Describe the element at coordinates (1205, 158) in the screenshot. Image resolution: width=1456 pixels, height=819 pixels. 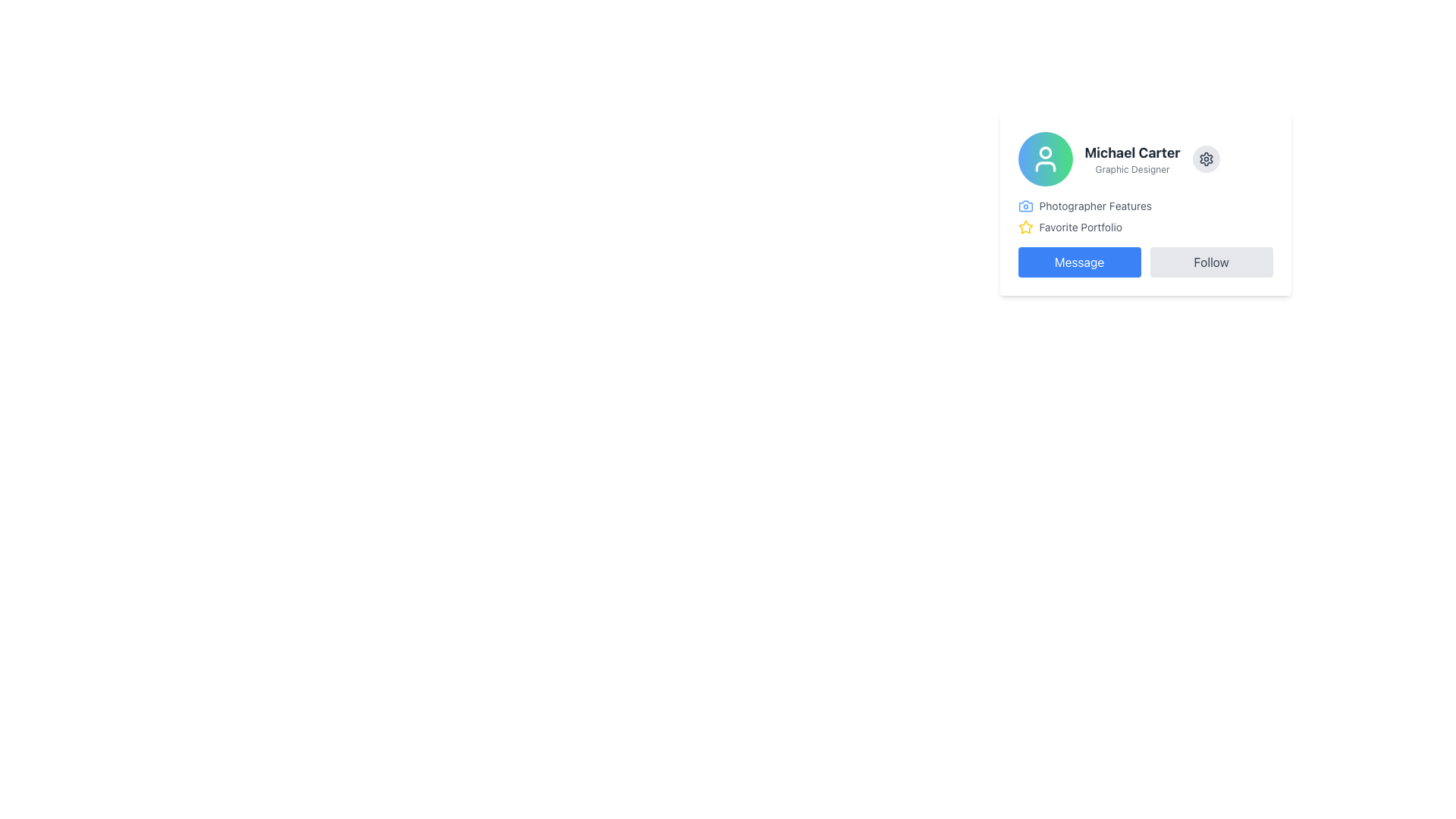
I see `the settings button located at the top-right corner of Michael Carter's profile card` at that location.